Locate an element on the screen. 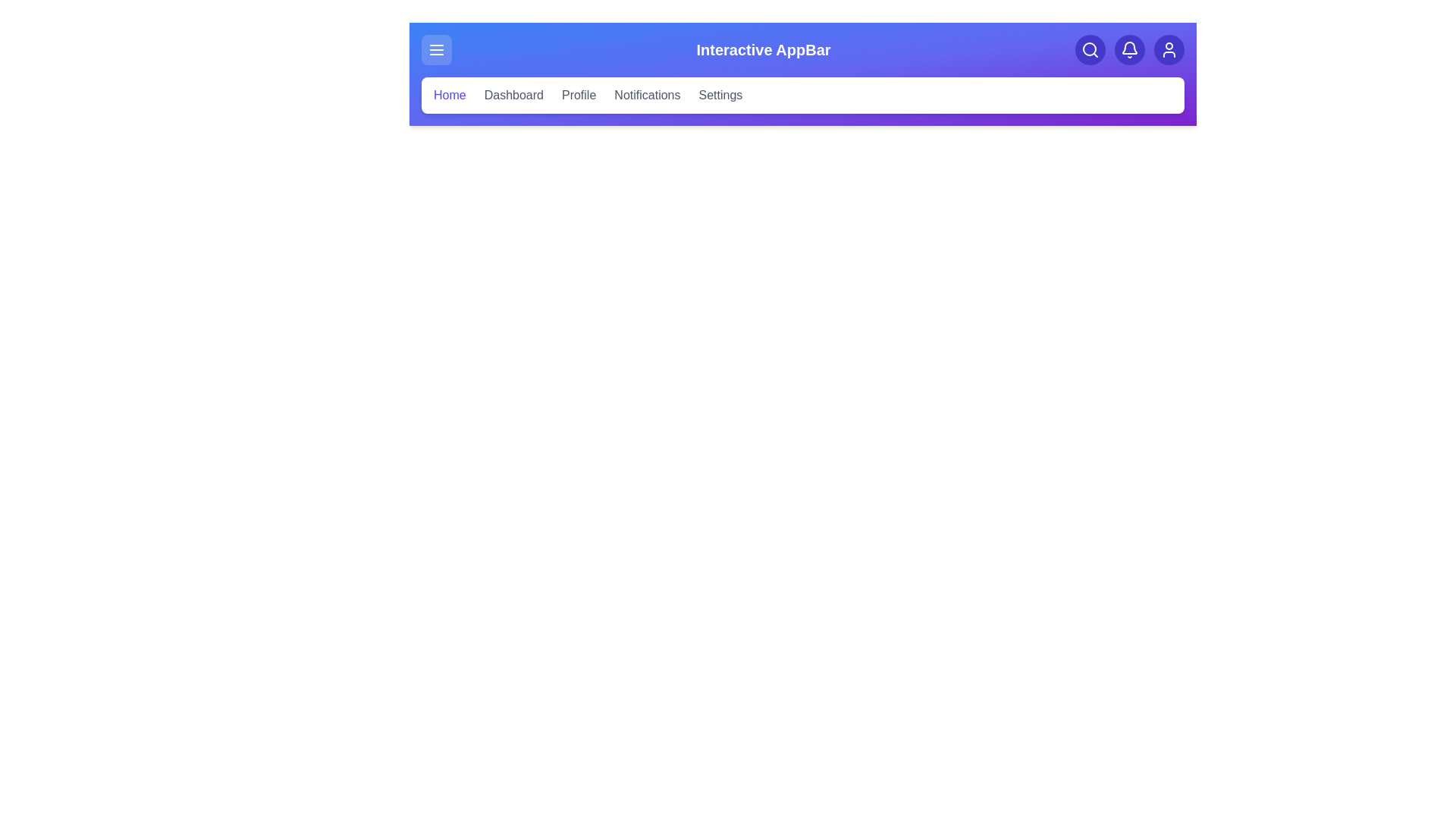  the category Settings to navigate is located at coordinates (720, 96).